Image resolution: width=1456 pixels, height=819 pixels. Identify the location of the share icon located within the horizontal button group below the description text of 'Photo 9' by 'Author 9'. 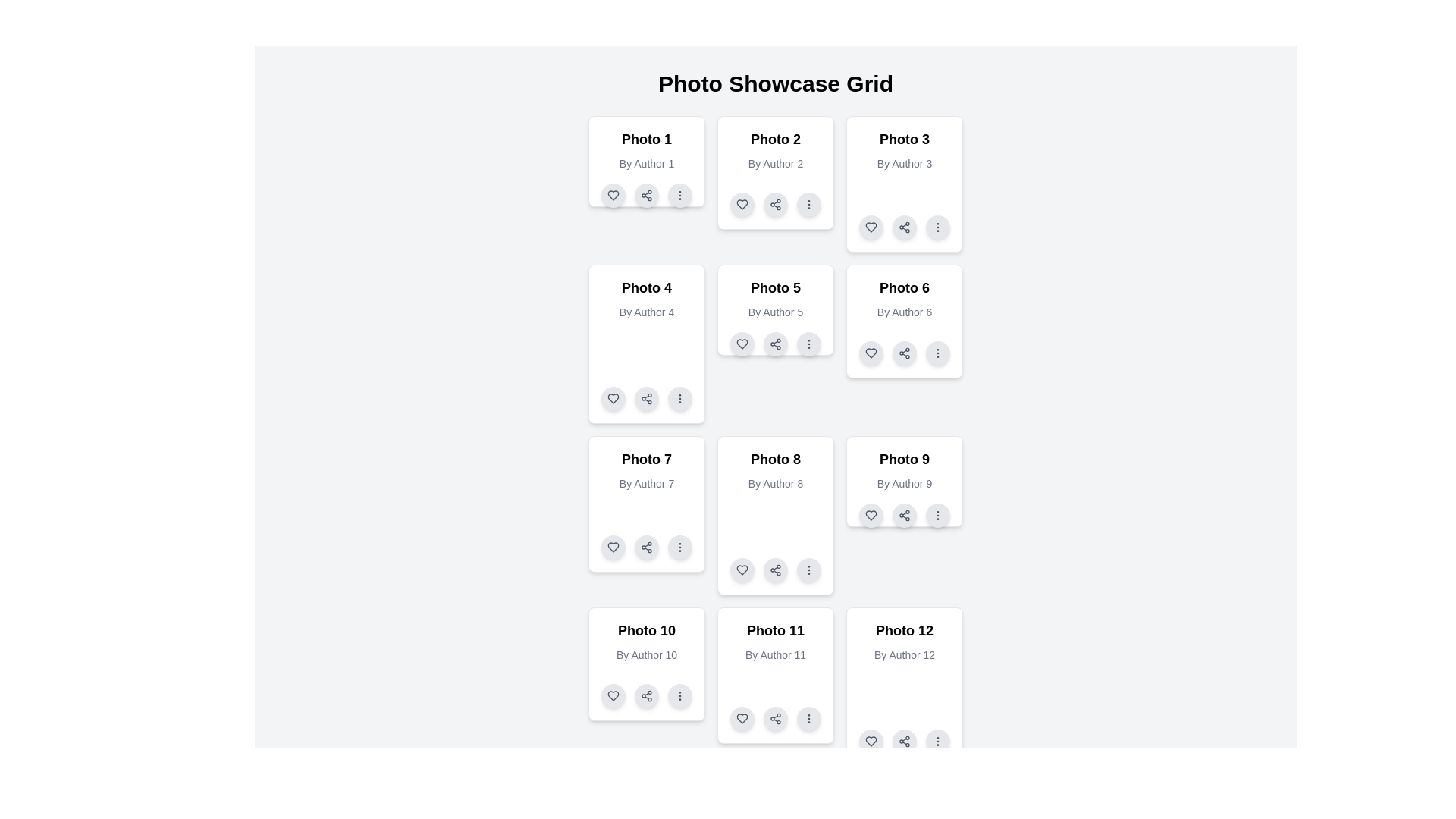
(905, 514).